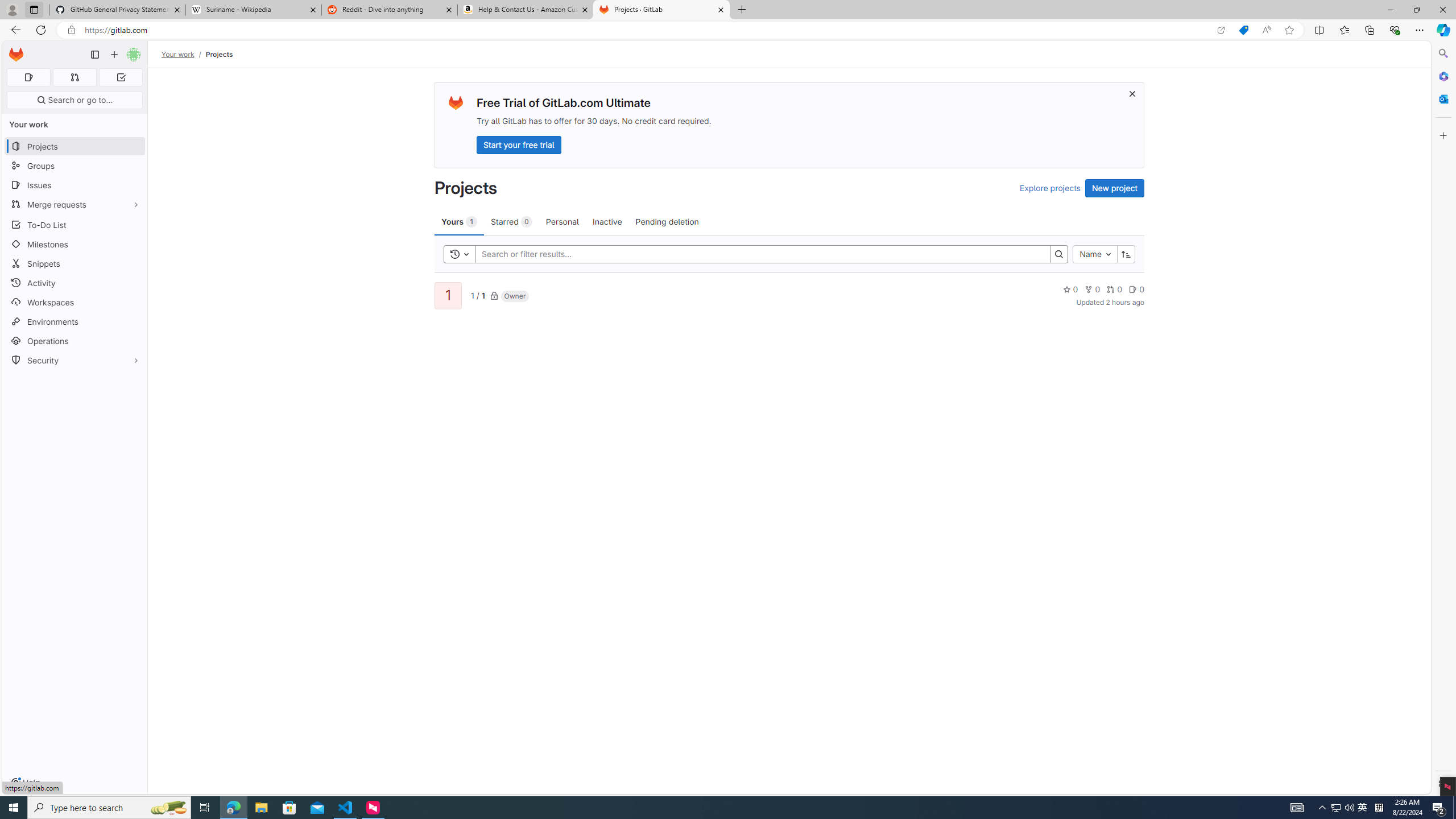 The image size is (1456, 819). Describe the element at coordinates (183, 54) in the screenshot. I see `'Your work/'` at that location.